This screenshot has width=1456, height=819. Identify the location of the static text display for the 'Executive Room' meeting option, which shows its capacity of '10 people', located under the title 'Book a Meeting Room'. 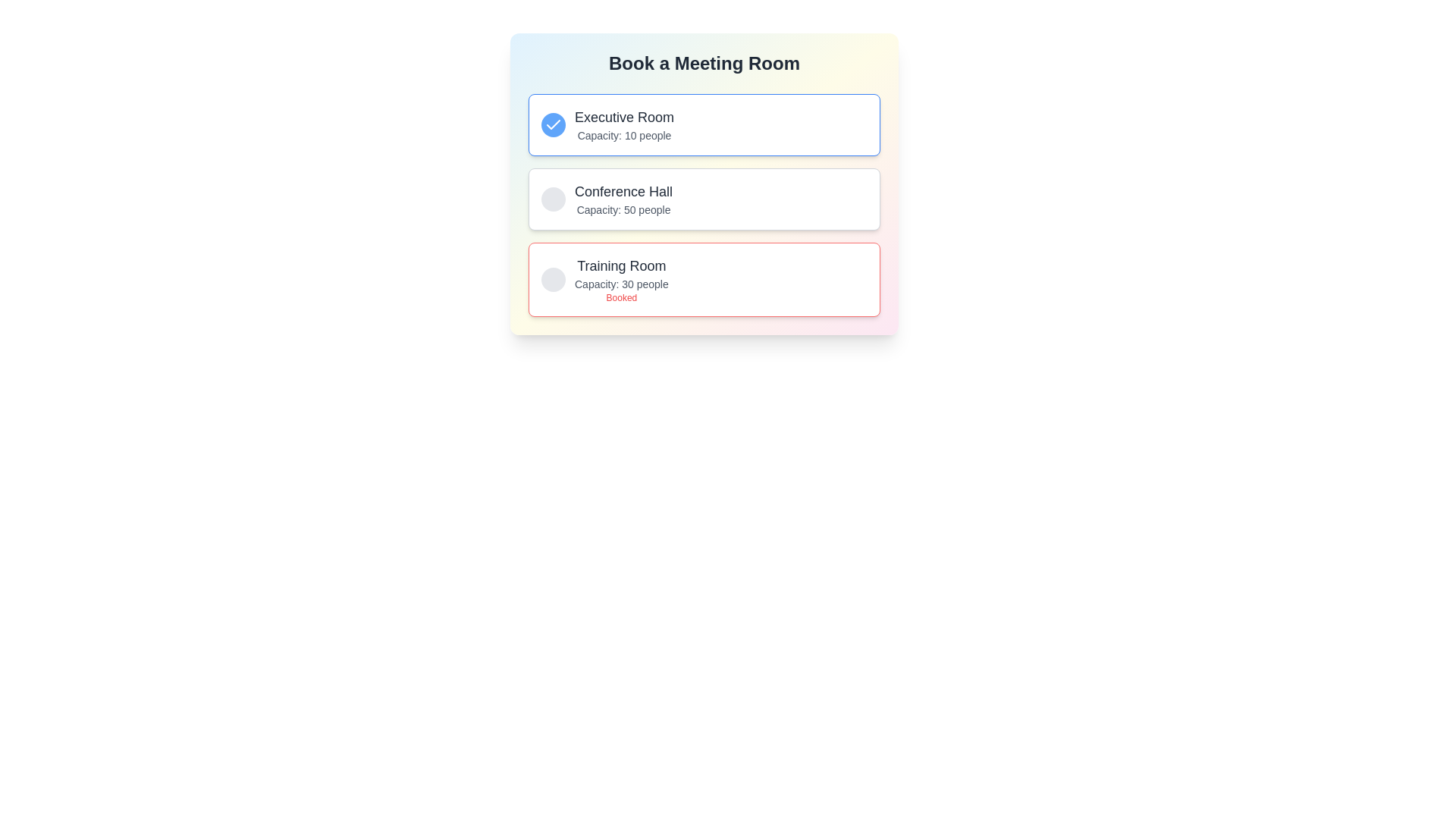
(624, 124).